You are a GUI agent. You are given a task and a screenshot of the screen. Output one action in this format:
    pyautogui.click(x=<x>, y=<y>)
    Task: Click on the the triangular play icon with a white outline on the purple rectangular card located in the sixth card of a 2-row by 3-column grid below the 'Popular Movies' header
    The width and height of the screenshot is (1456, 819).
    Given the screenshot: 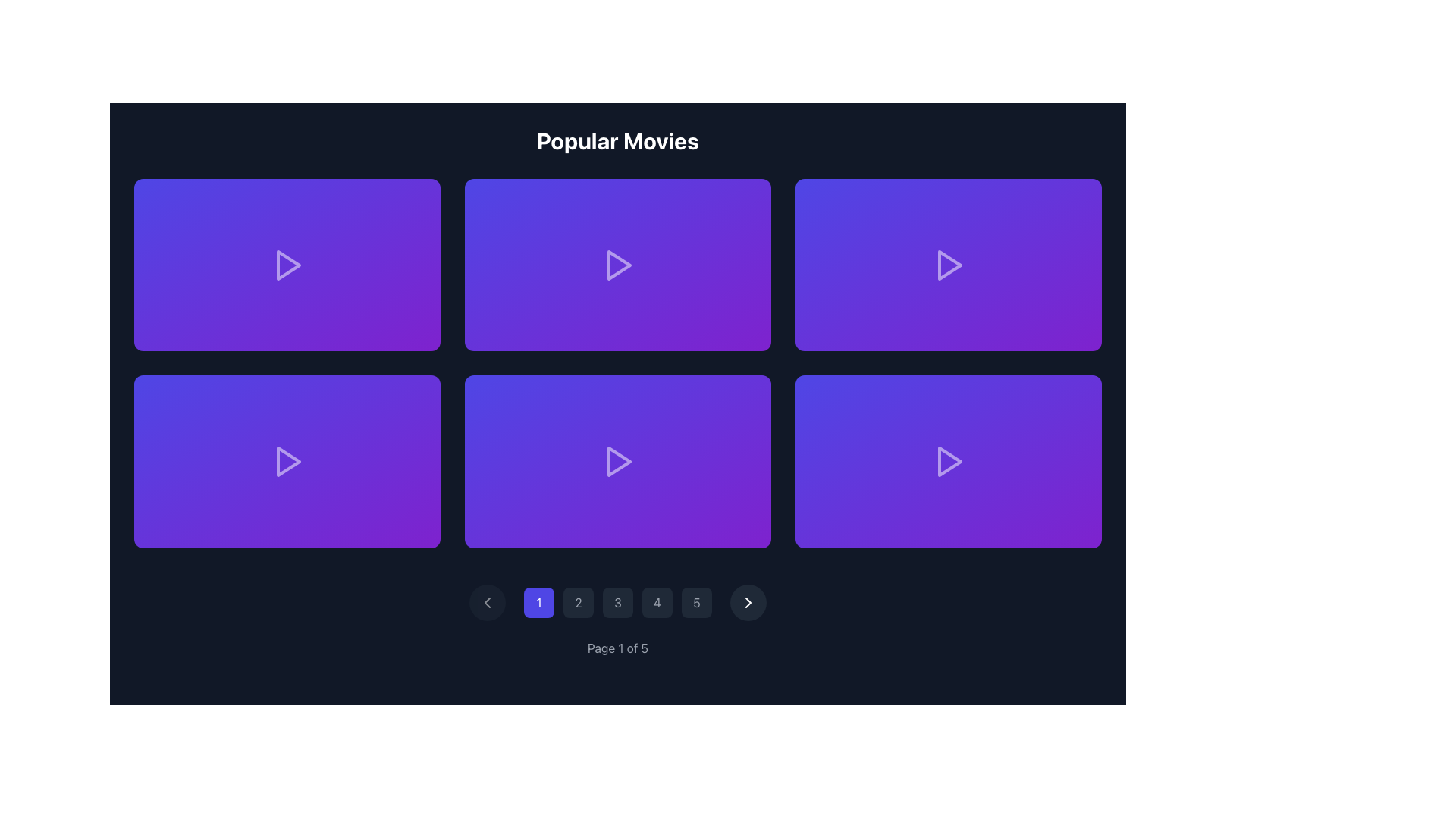 What is the action you would take?
    pyautogui.click(x=948, y=460)
    